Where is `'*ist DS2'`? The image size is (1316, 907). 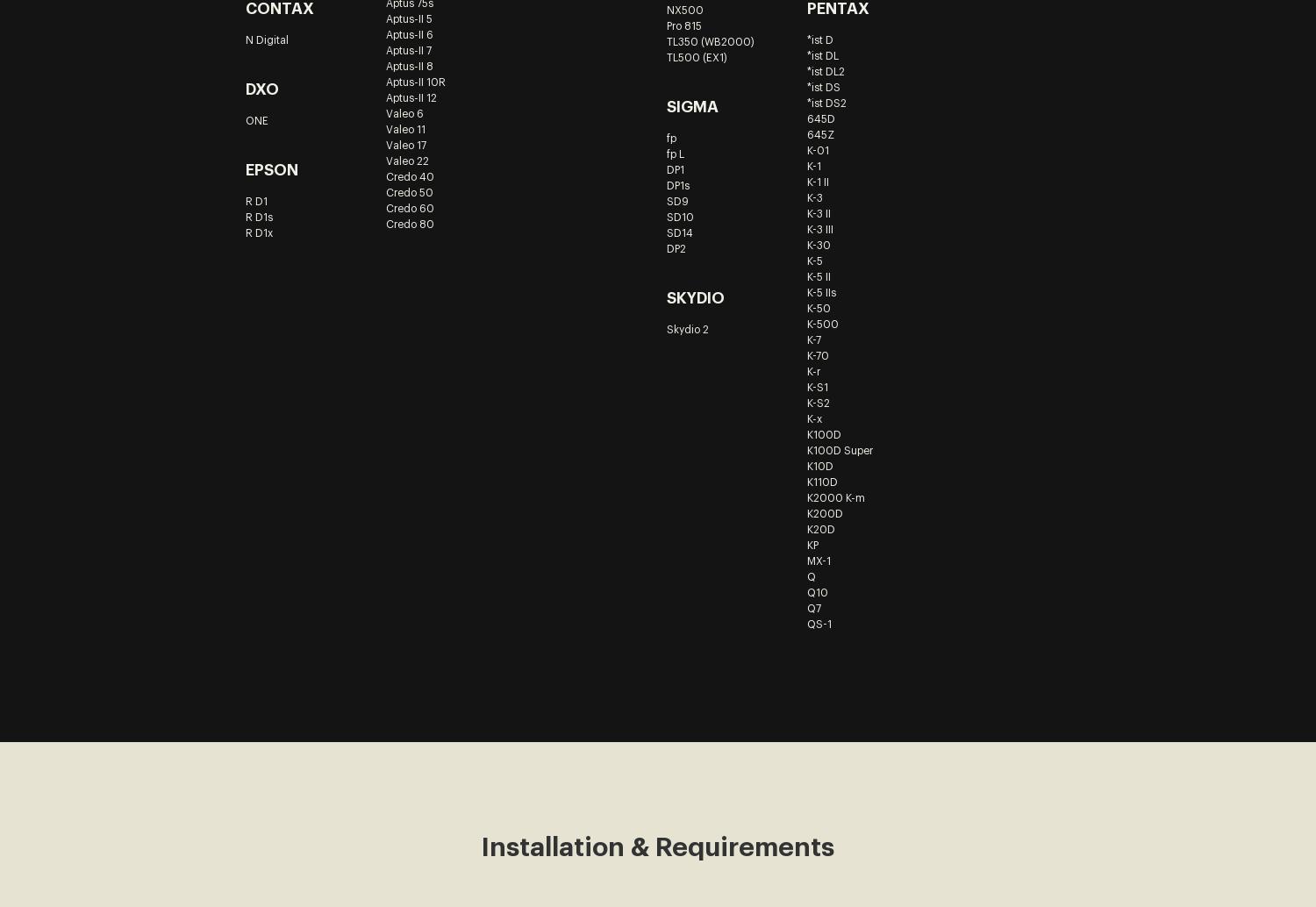
'*ist DS2' is located at coordinates (825, 103).